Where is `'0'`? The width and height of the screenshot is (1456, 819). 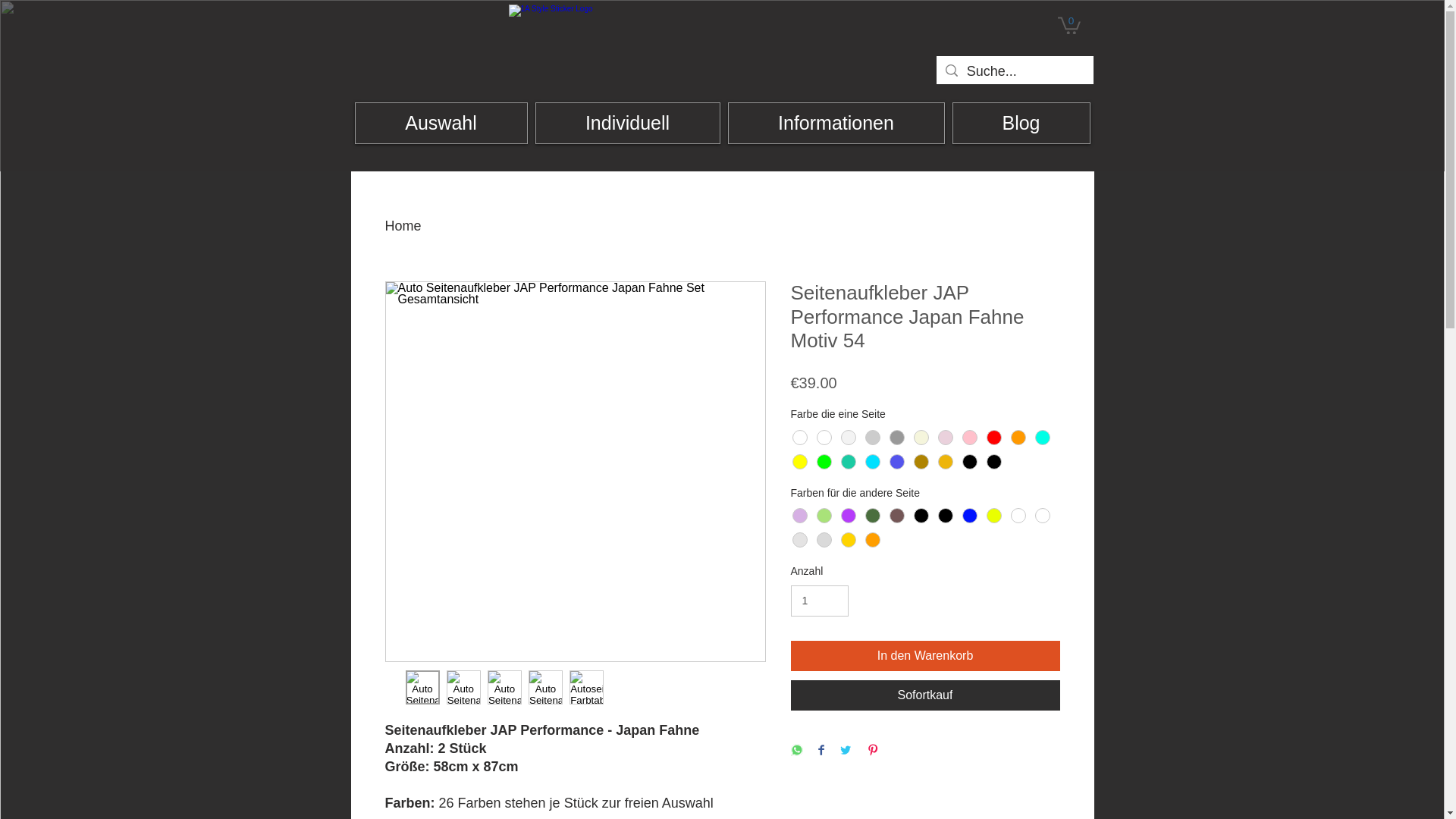
'0' is located at coordinates (1056, 24).